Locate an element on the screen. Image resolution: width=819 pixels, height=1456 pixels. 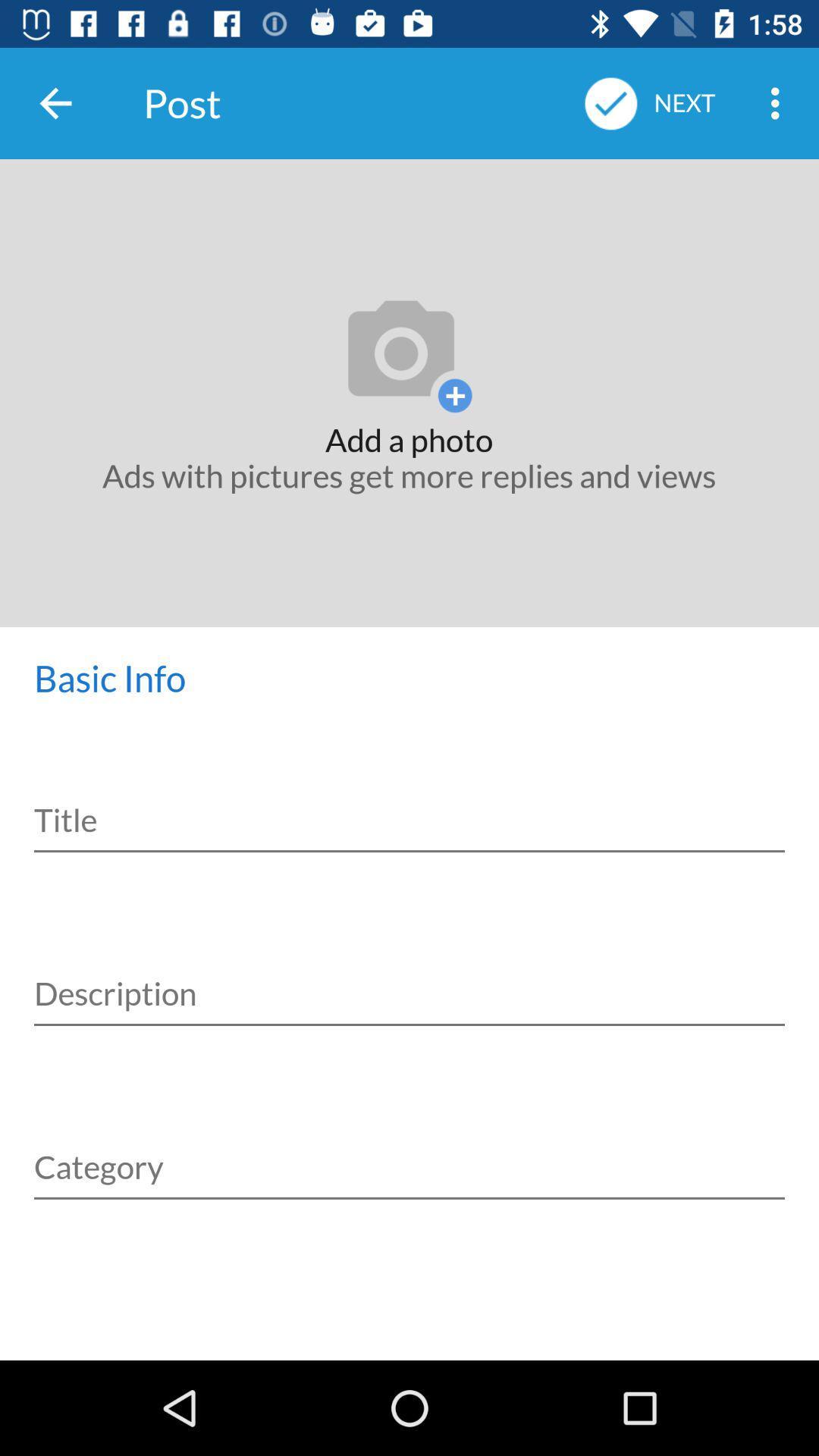
a description is located at coordinates (409, 977).